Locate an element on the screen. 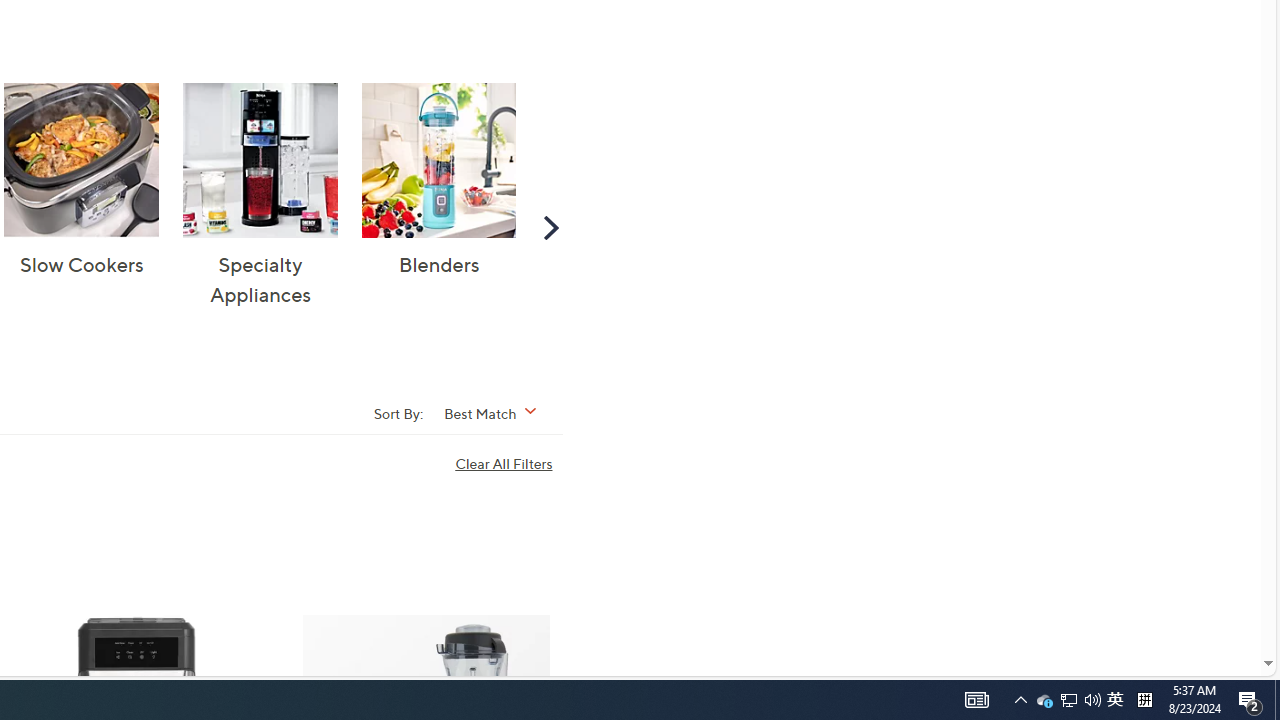 The height and width of the screenshot is (720, 1280). 'Clear All Filters' is located at coordinates (508, 463).